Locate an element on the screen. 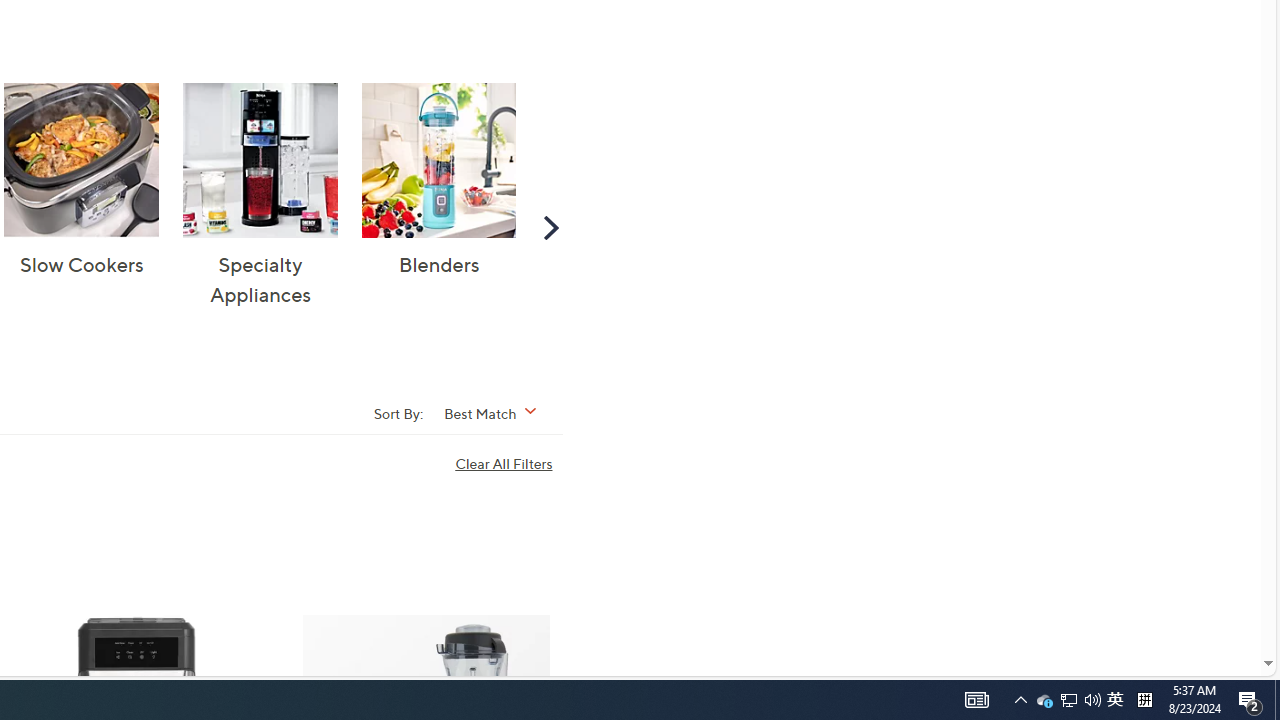 The height and width of the screenshot is (720, 1280). 'Clear All Filters' is located at coordinates (508, 463).